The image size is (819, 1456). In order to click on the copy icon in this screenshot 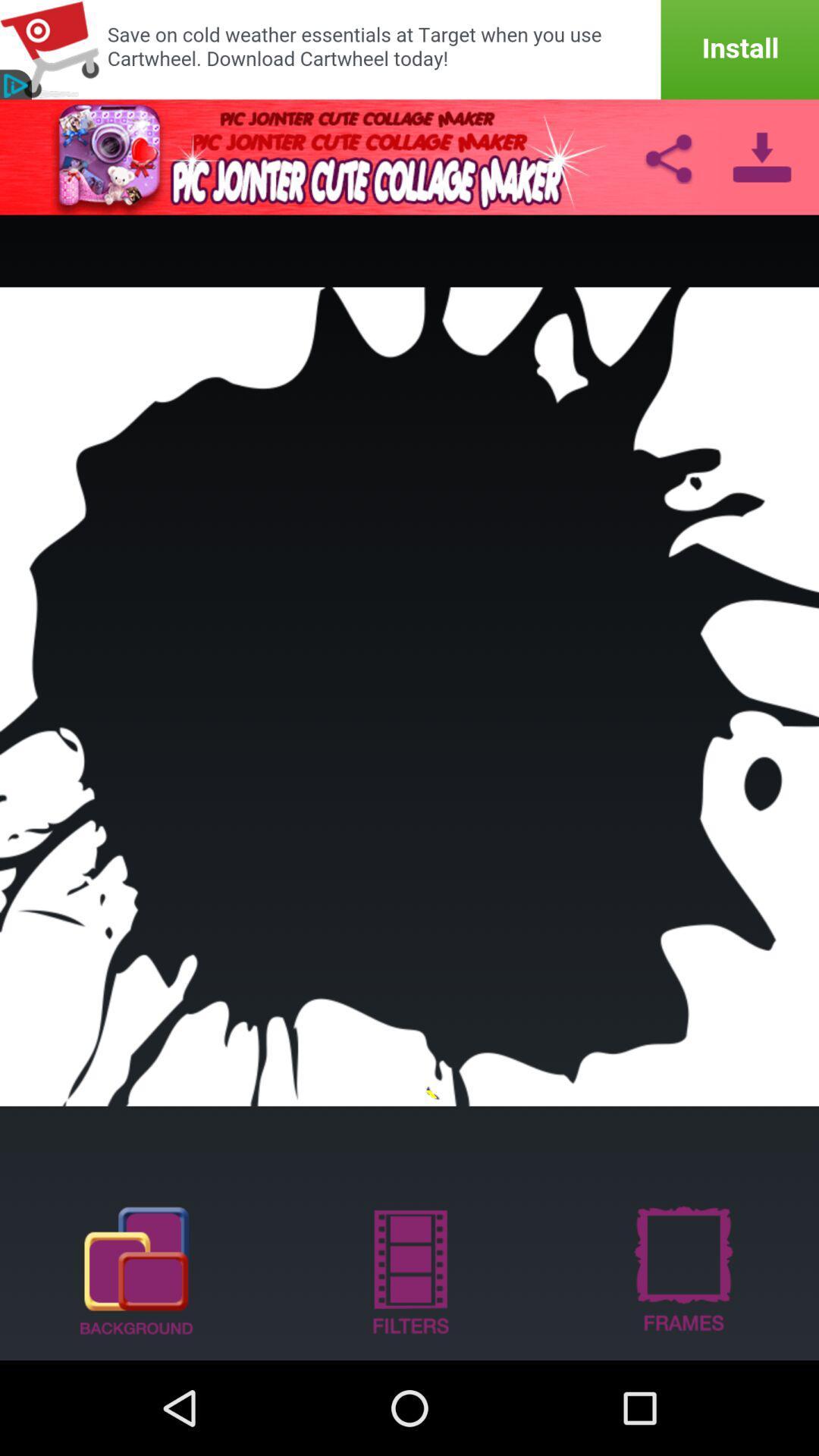, I will do `click(136, 1358)`.